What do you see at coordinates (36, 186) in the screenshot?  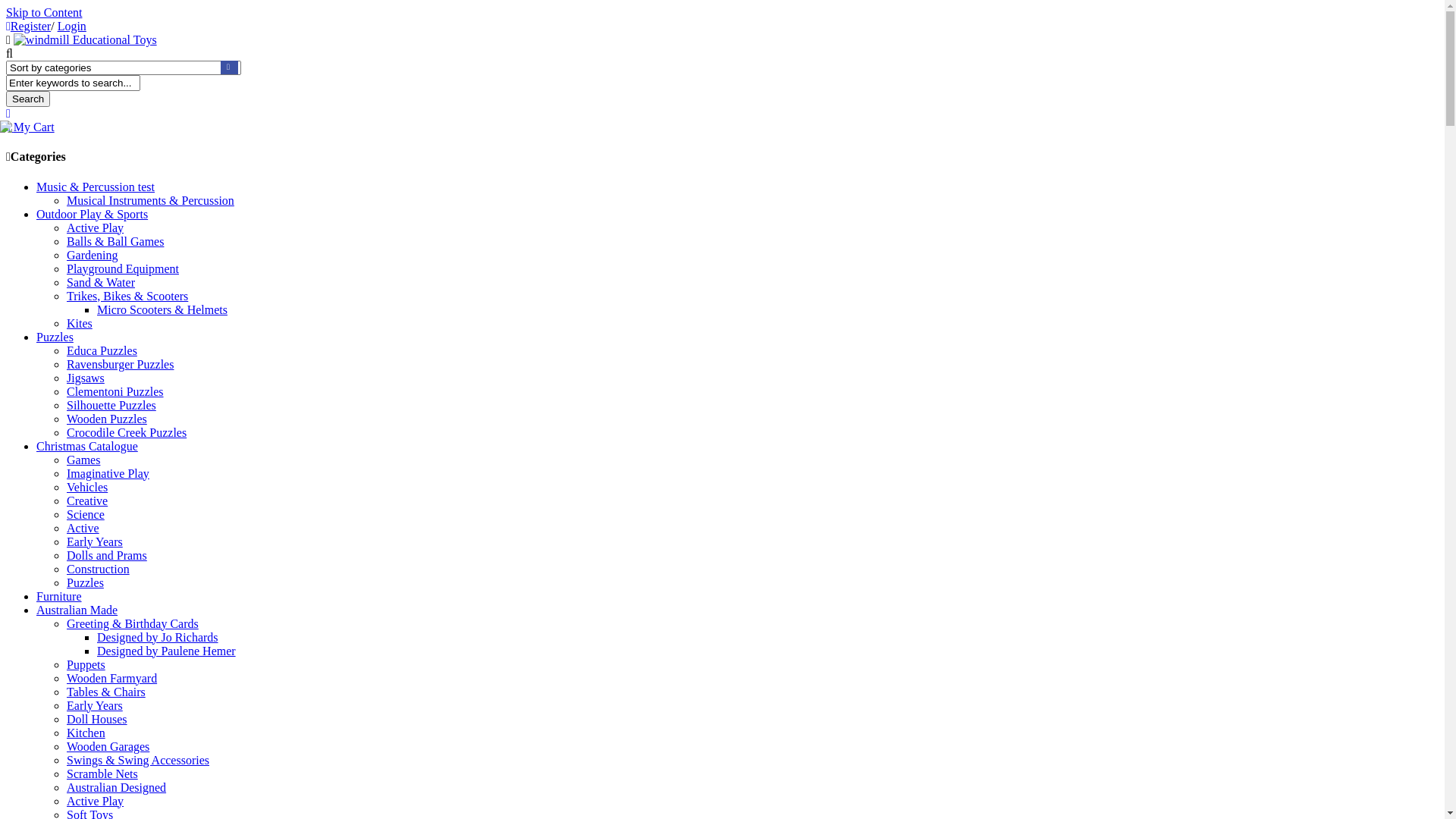 I see `'Music & Percussion test'` at bounding box center [36, 186].